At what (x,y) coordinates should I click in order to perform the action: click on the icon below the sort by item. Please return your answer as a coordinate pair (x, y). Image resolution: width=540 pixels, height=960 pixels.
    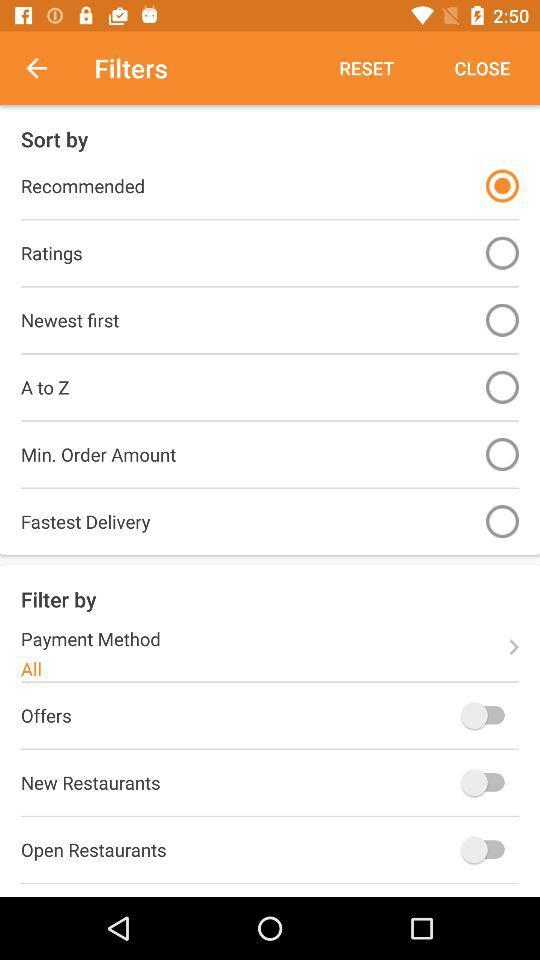
    Looking at the image, I should click on (501, 186).